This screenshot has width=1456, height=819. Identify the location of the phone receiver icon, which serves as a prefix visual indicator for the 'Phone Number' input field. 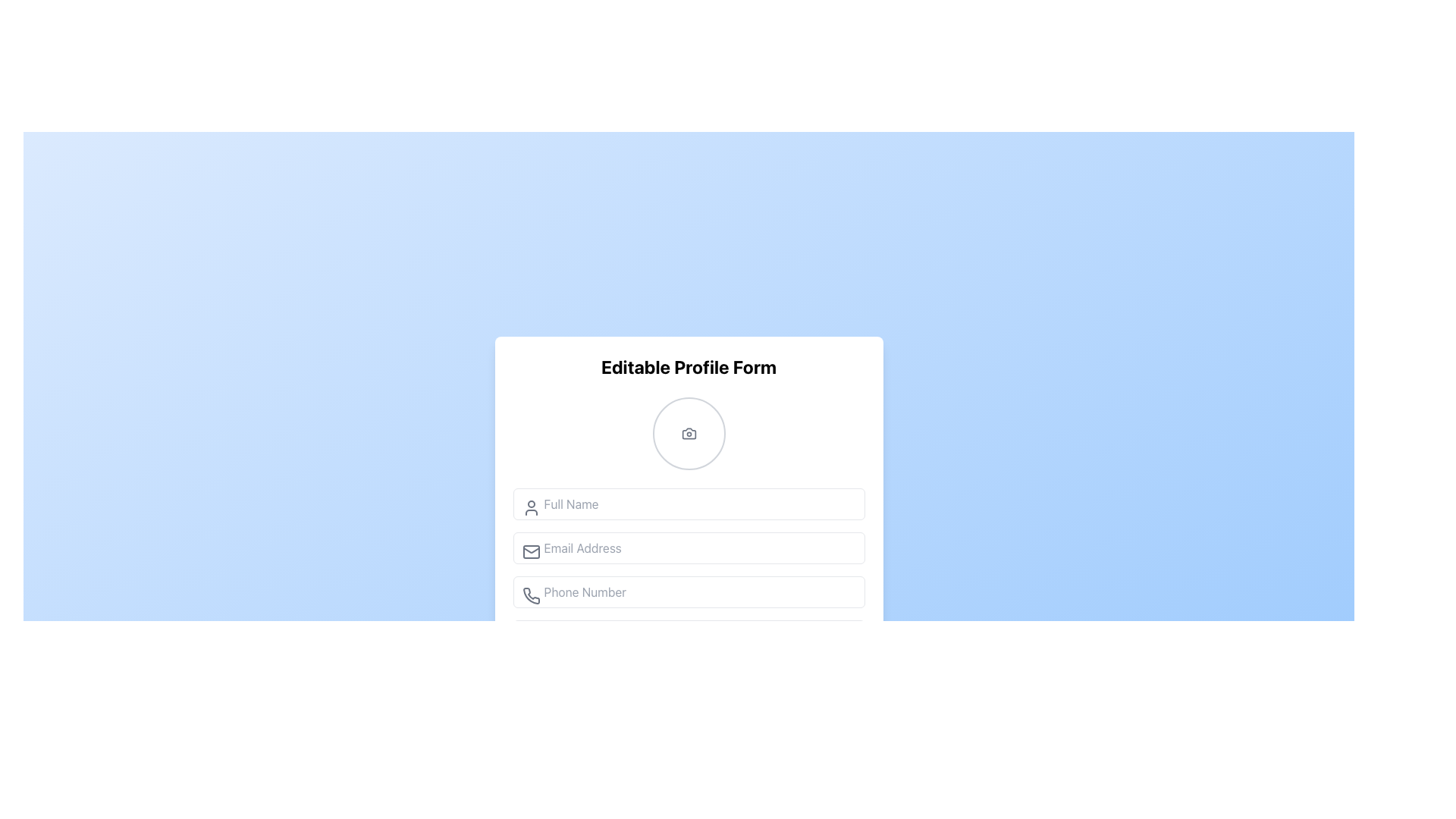
(531, 595).